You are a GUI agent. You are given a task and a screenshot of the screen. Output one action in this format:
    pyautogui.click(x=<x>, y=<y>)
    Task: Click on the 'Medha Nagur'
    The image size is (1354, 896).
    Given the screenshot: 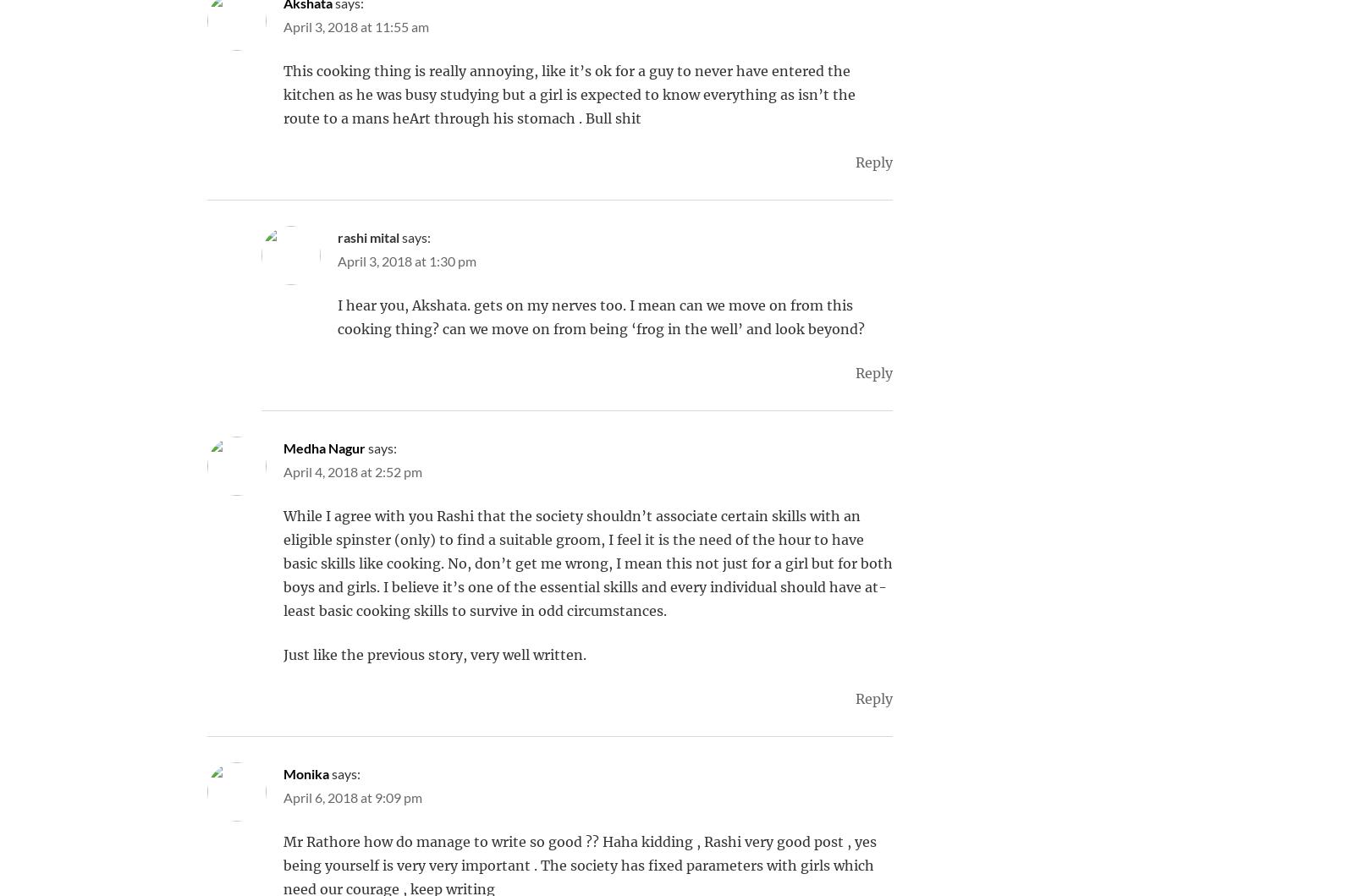 What is the action you would take?
    pyautogui.click(x=324, y=448)
    